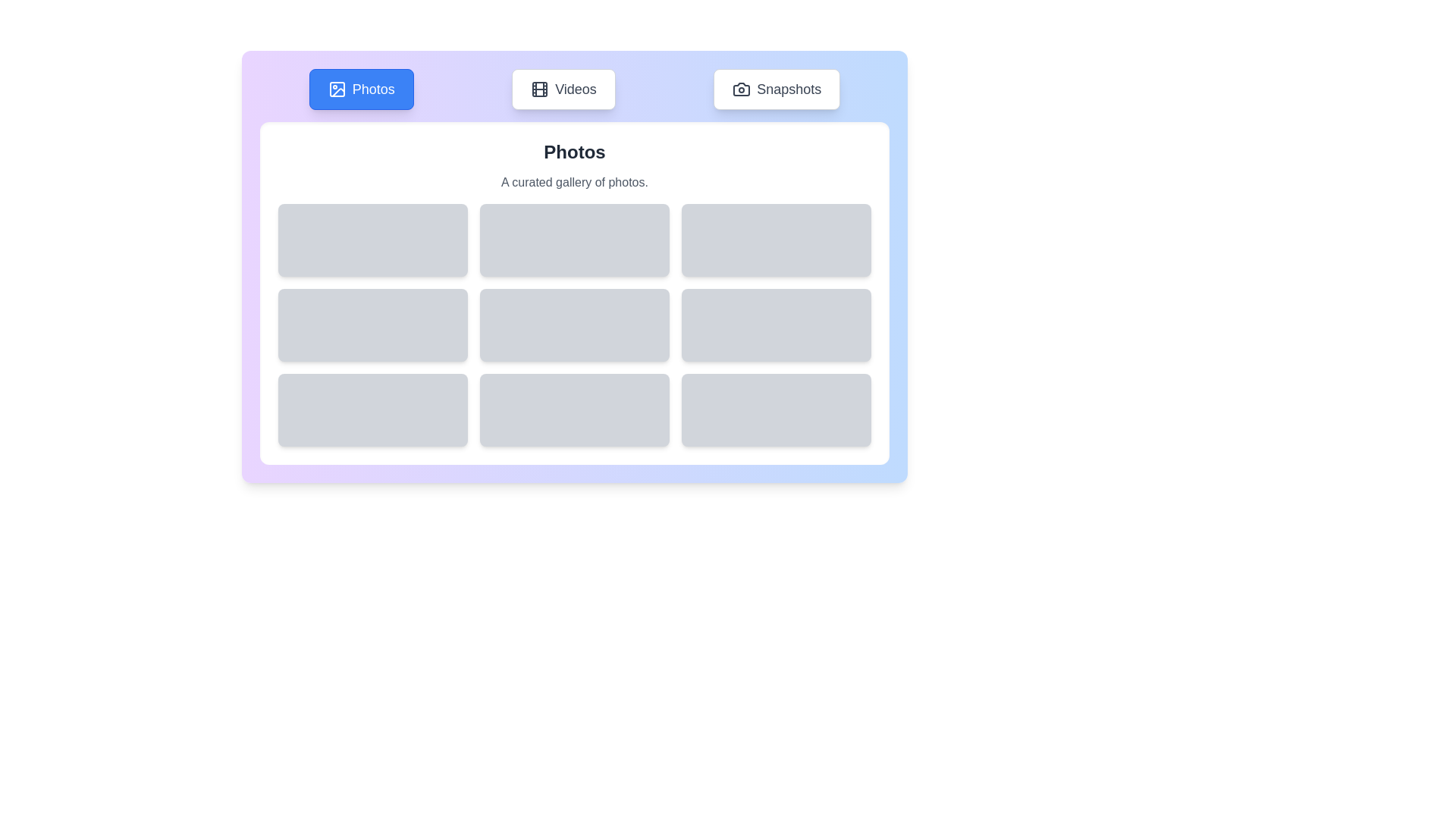 Image resolution: width=1456 pixels, height=819 pixels. What do you see at coordinates (777, 89) in the screenshot?
I see `the Snapshots tab by clicking its button` at bounding box center [777, 89].